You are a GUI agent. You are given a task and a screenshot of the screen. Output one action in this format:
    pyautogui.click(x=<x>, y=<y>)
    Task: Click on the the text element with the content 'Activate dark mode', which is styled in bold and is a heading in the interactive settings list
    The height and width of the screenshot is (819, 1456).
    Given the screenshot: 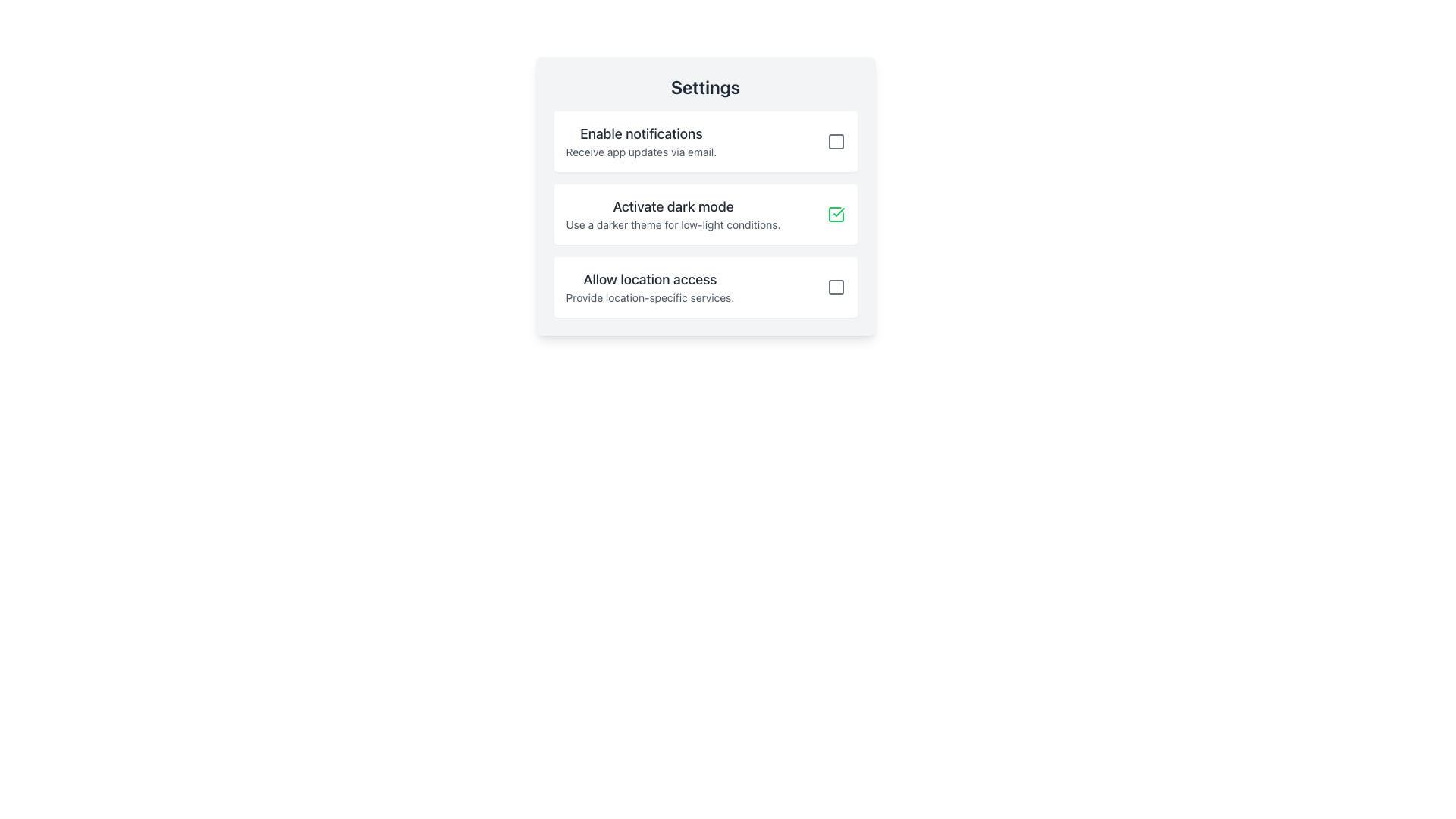 What is the action you would take?
    pyautogui.click(x=673, y=207)
    